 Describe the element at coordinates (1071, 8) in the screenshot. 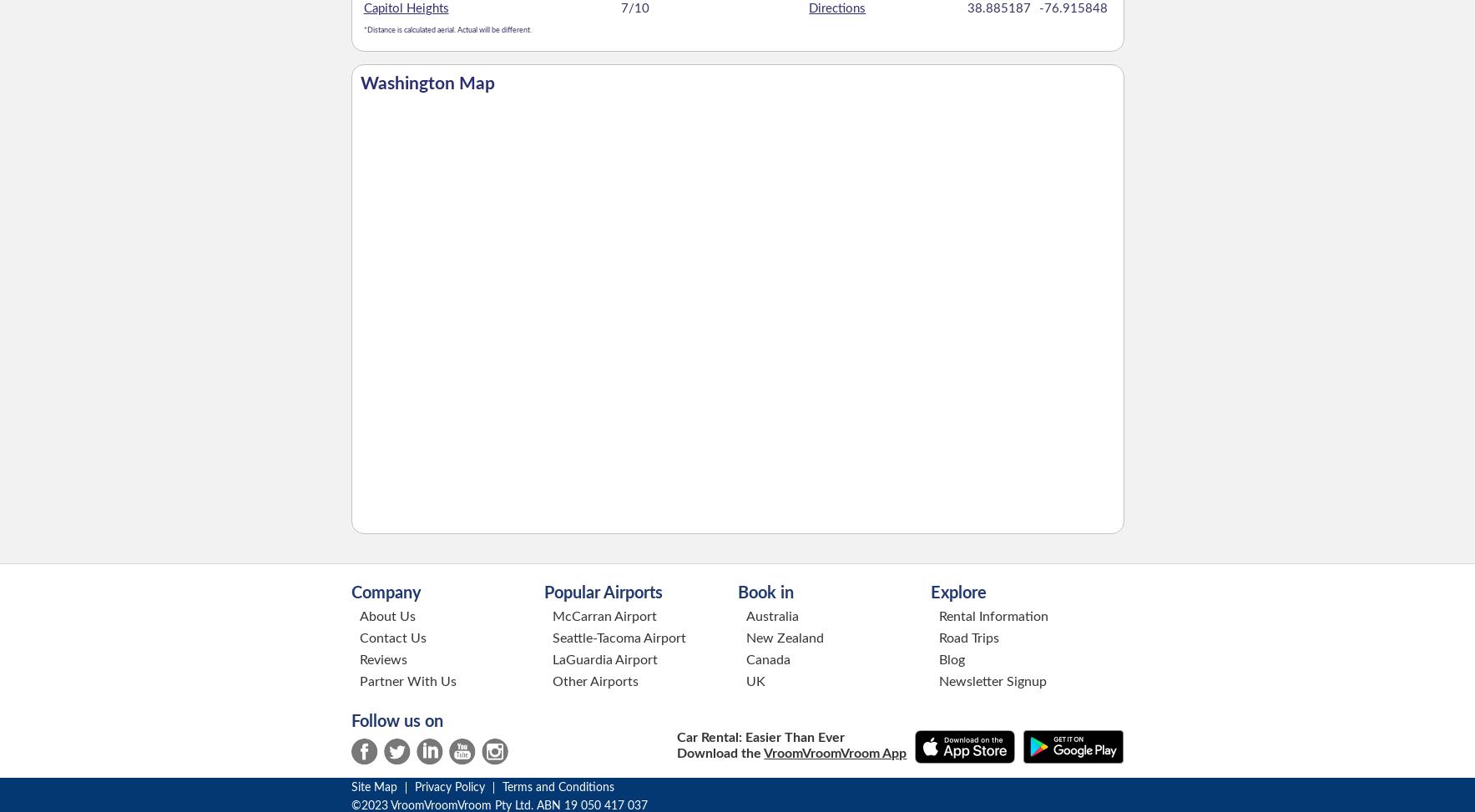

I see `'-76.915848'` at that location.